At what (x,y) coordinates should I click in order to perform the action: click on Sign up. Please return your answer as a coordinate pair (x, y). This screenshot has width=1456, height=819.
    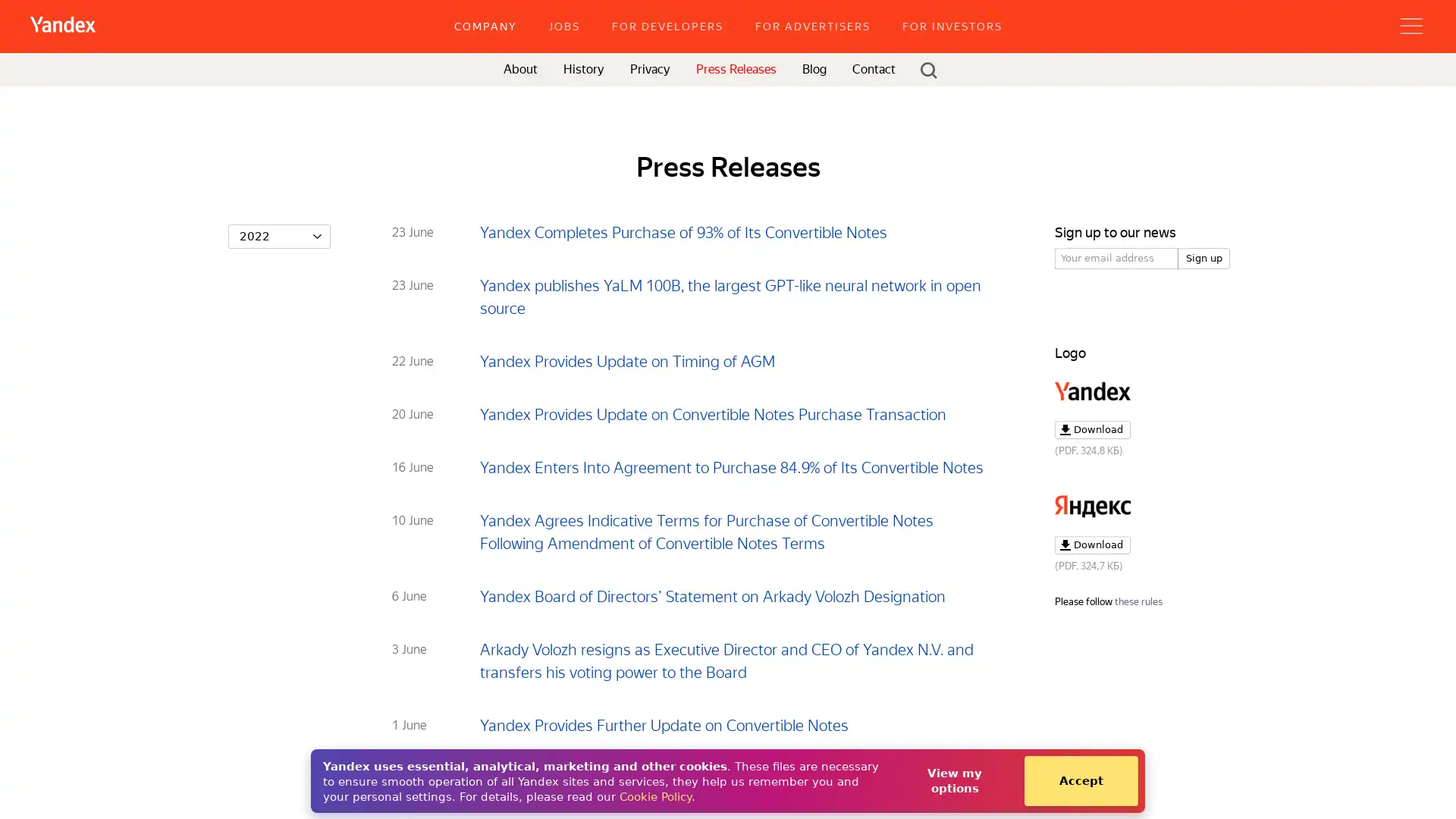
    Looking at the image, I should click on (1203, 257).